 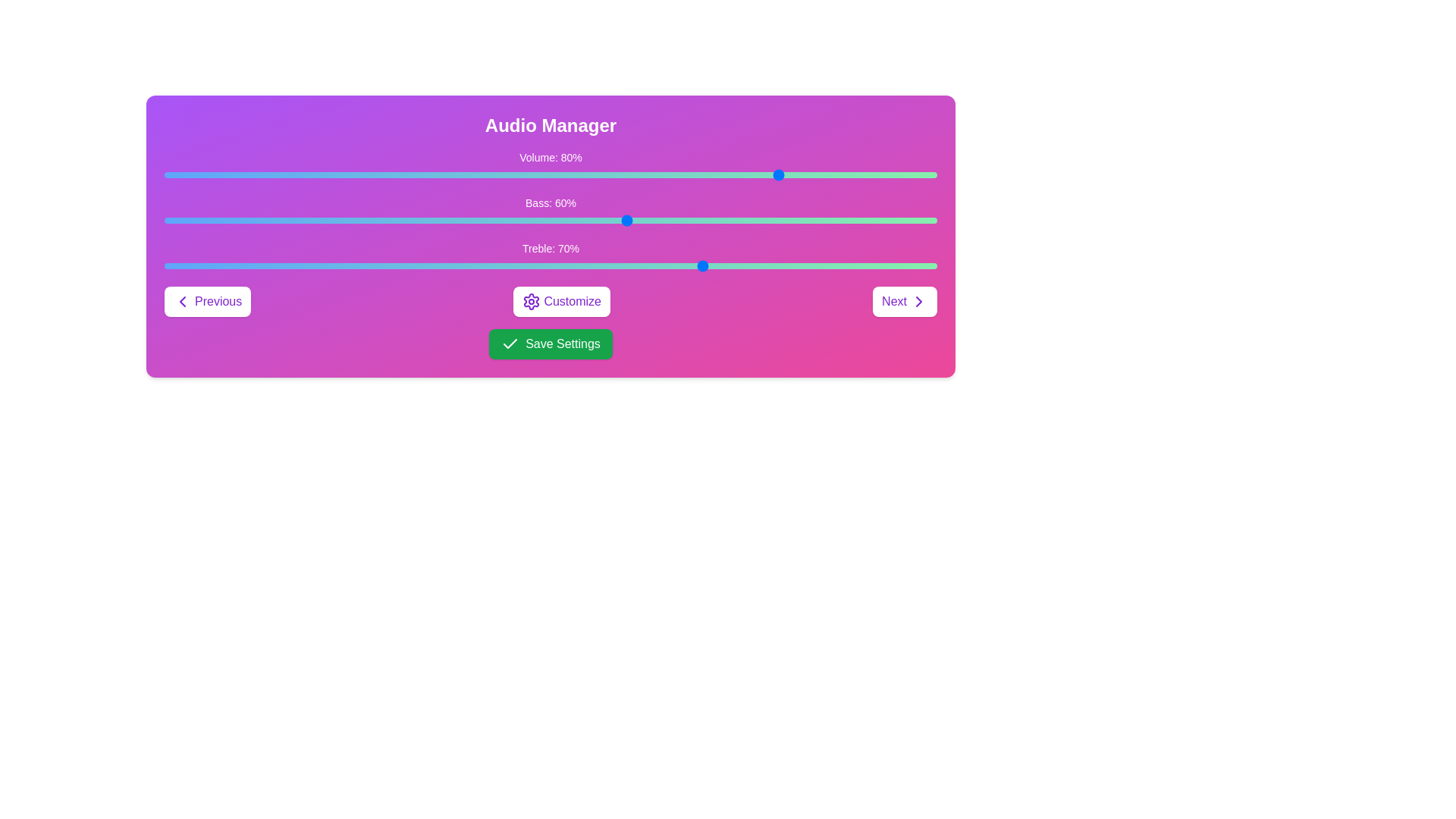 I want to click on the 'Next' button containing the right-oriented arrow icon for navigation, so click(x=918, y=301).